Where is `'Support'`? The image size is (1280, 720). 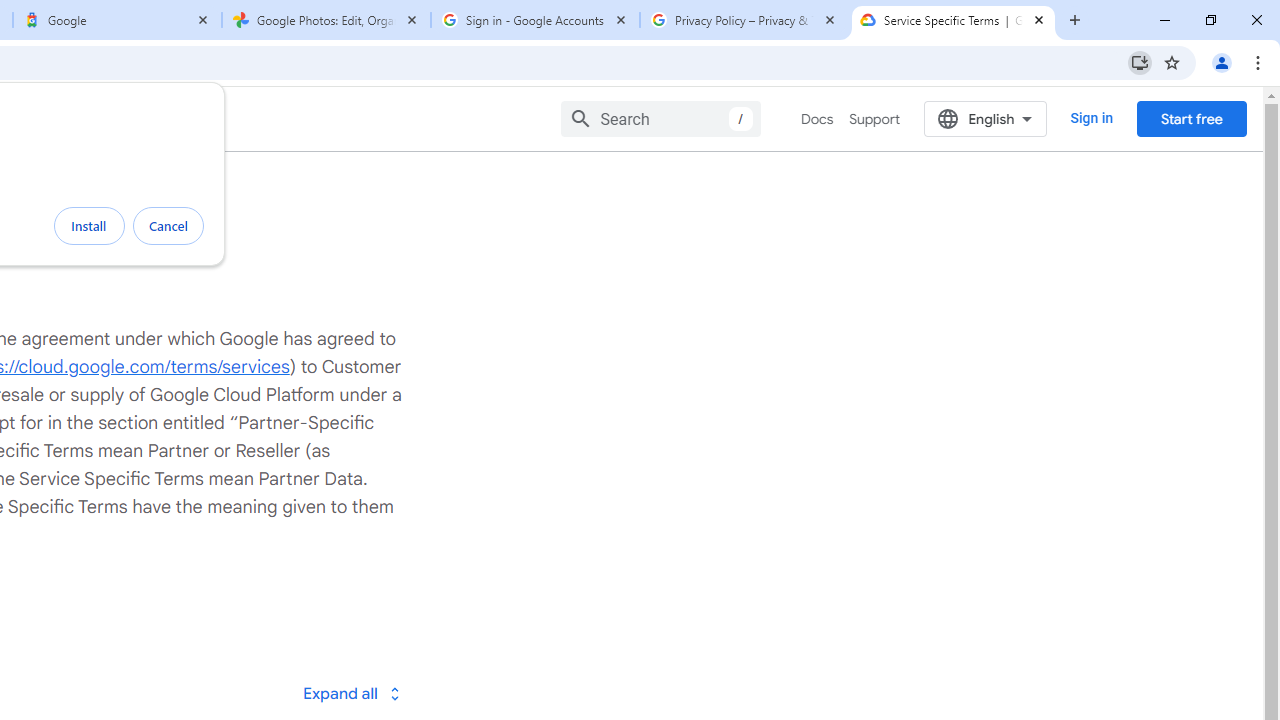
'Support' is located at coordinates (874, 119).